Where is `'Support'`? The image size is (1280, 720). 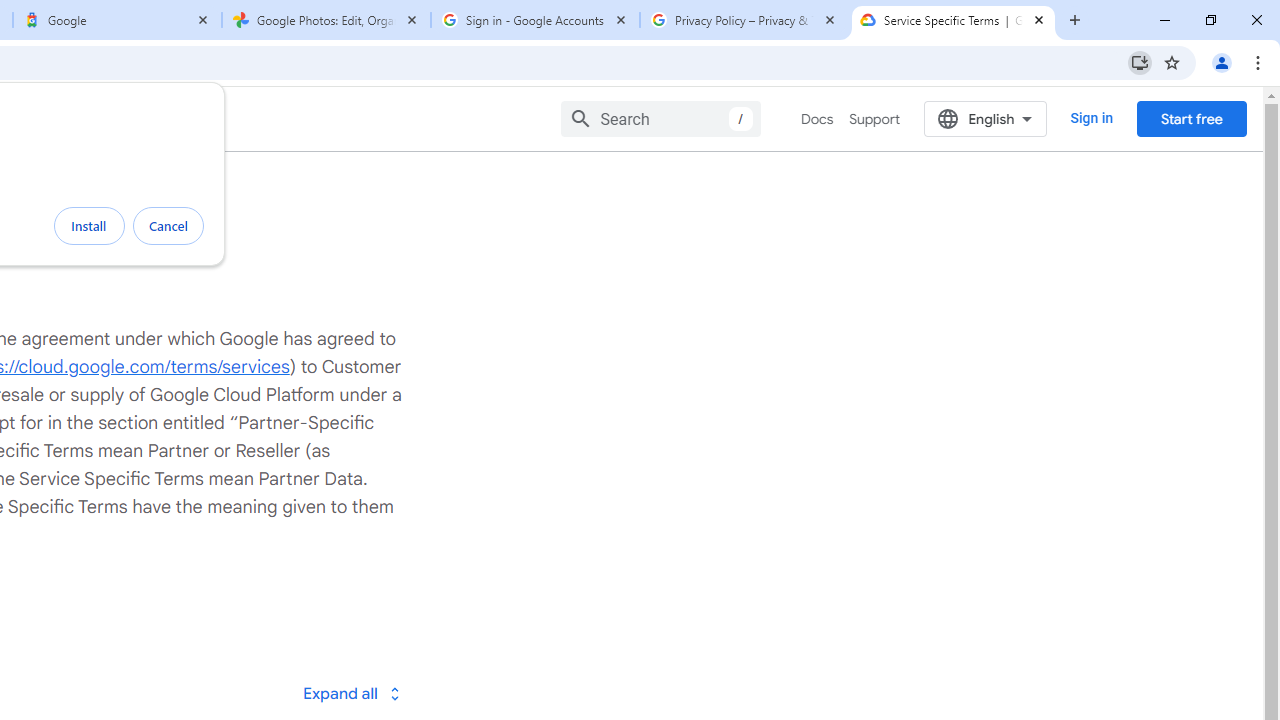
'Support' is located at coordinates (874, 119).